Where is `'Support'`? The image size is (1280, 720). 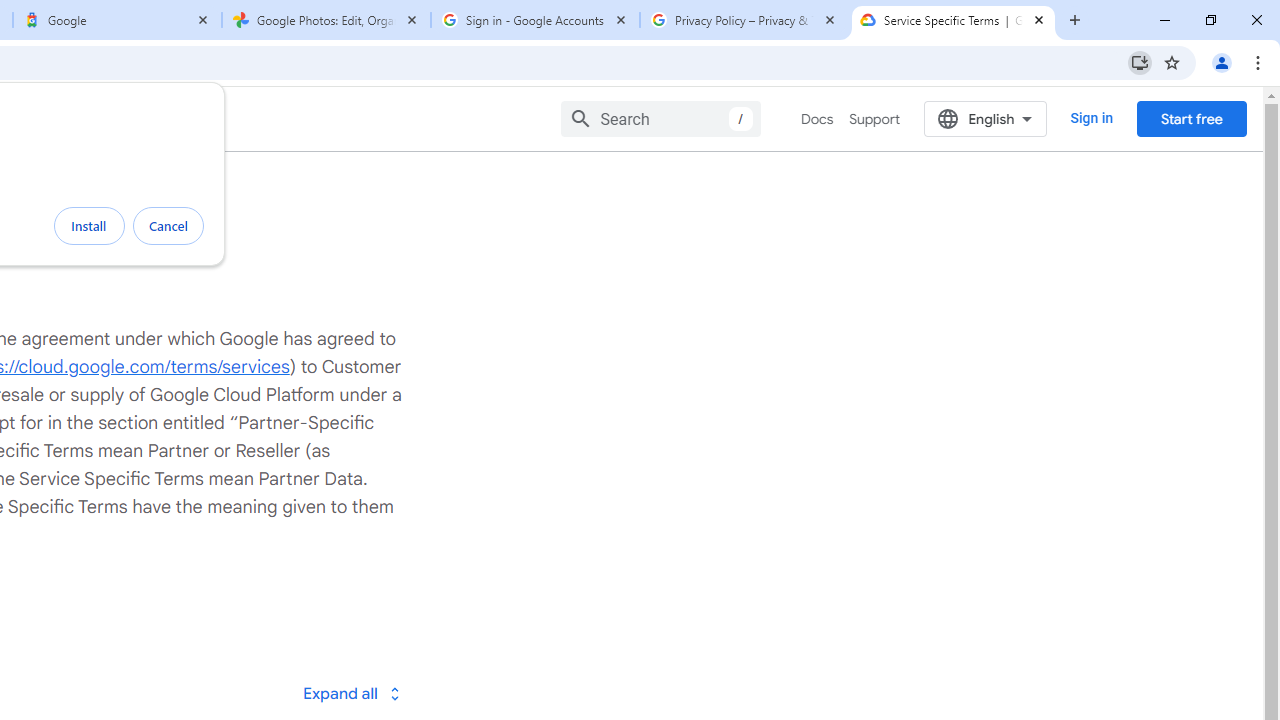
'Support' is located at coordinates (874, 119).